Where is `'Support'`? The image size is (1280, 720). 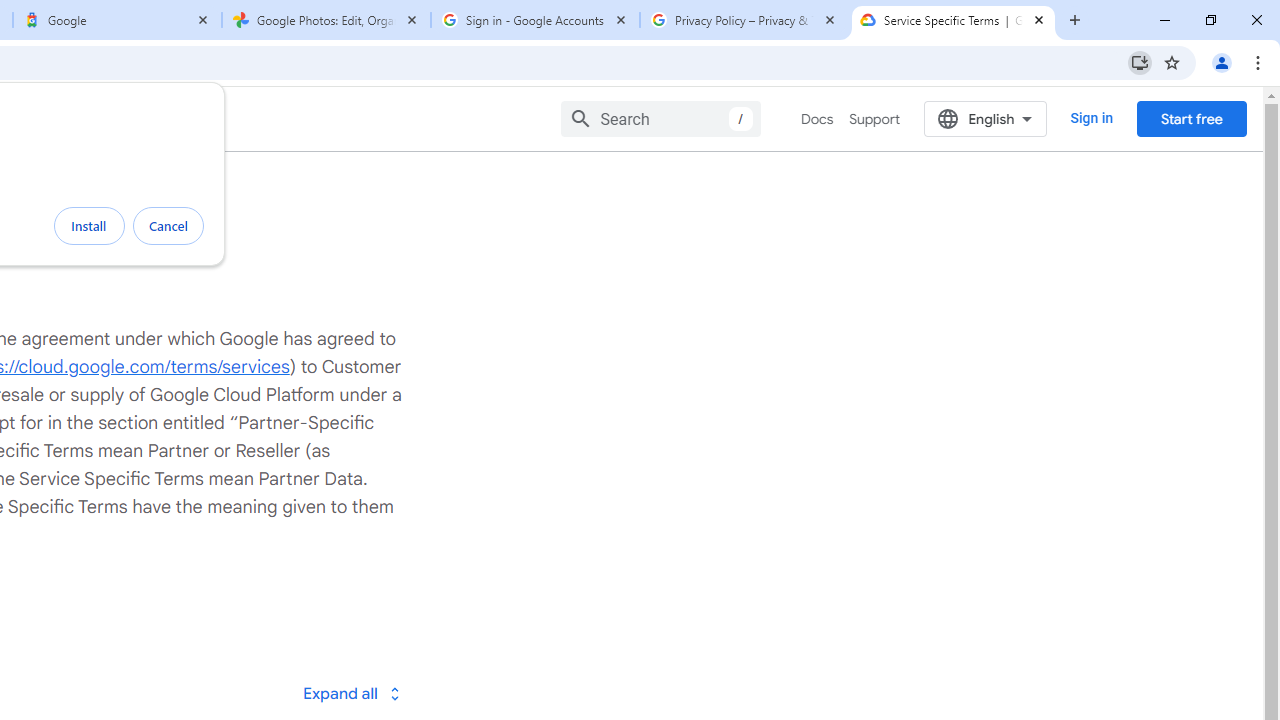
'Support' is located at coordinates (874, 119).